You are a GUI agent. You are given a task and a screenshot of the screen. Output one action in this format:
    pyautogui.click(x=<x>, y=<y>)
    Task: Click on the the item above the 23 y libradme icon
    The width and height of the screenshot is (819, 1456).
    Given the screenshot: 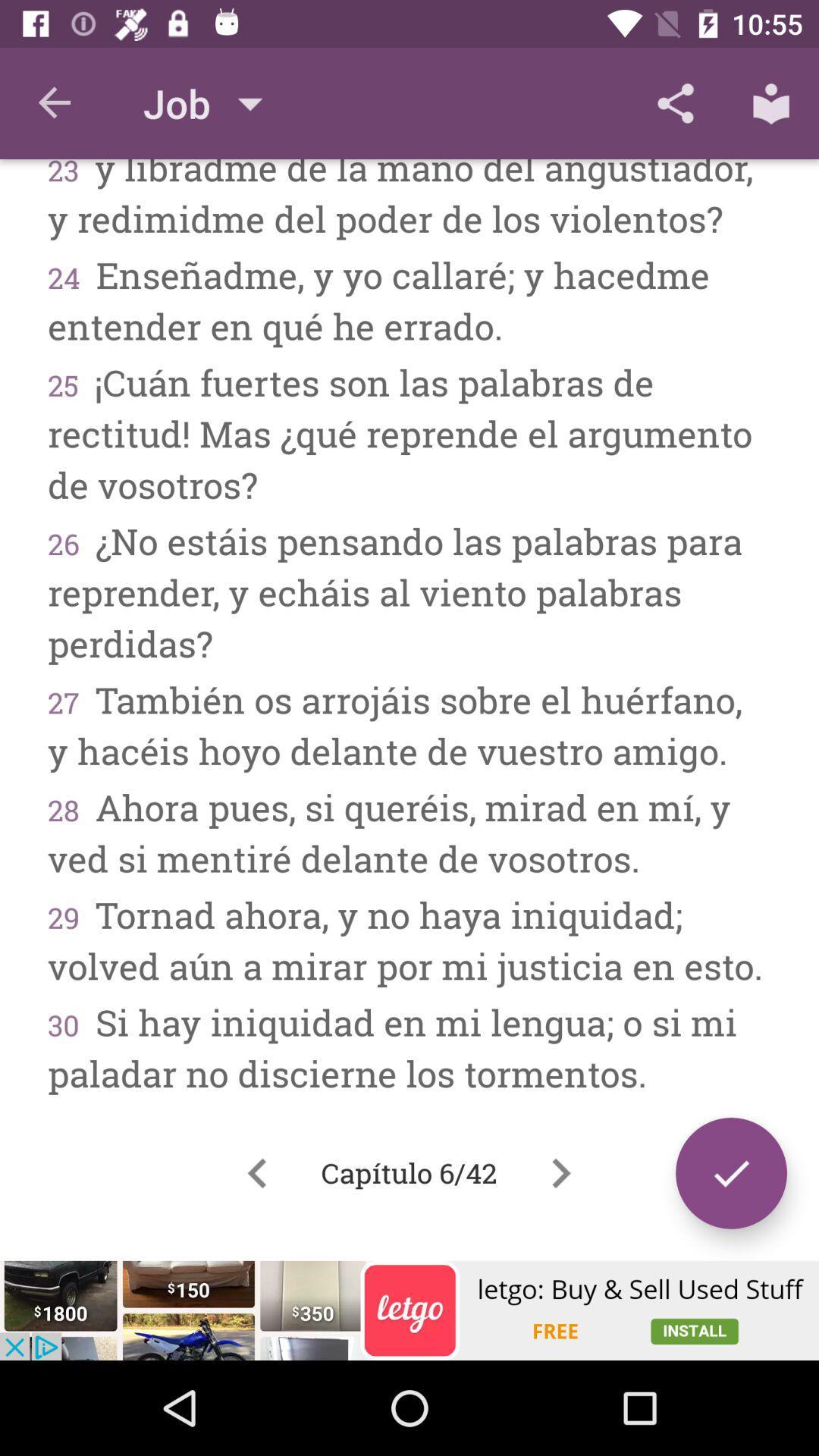 What is the action you would take?
    pyautogui.click(x=55, y=102)
    